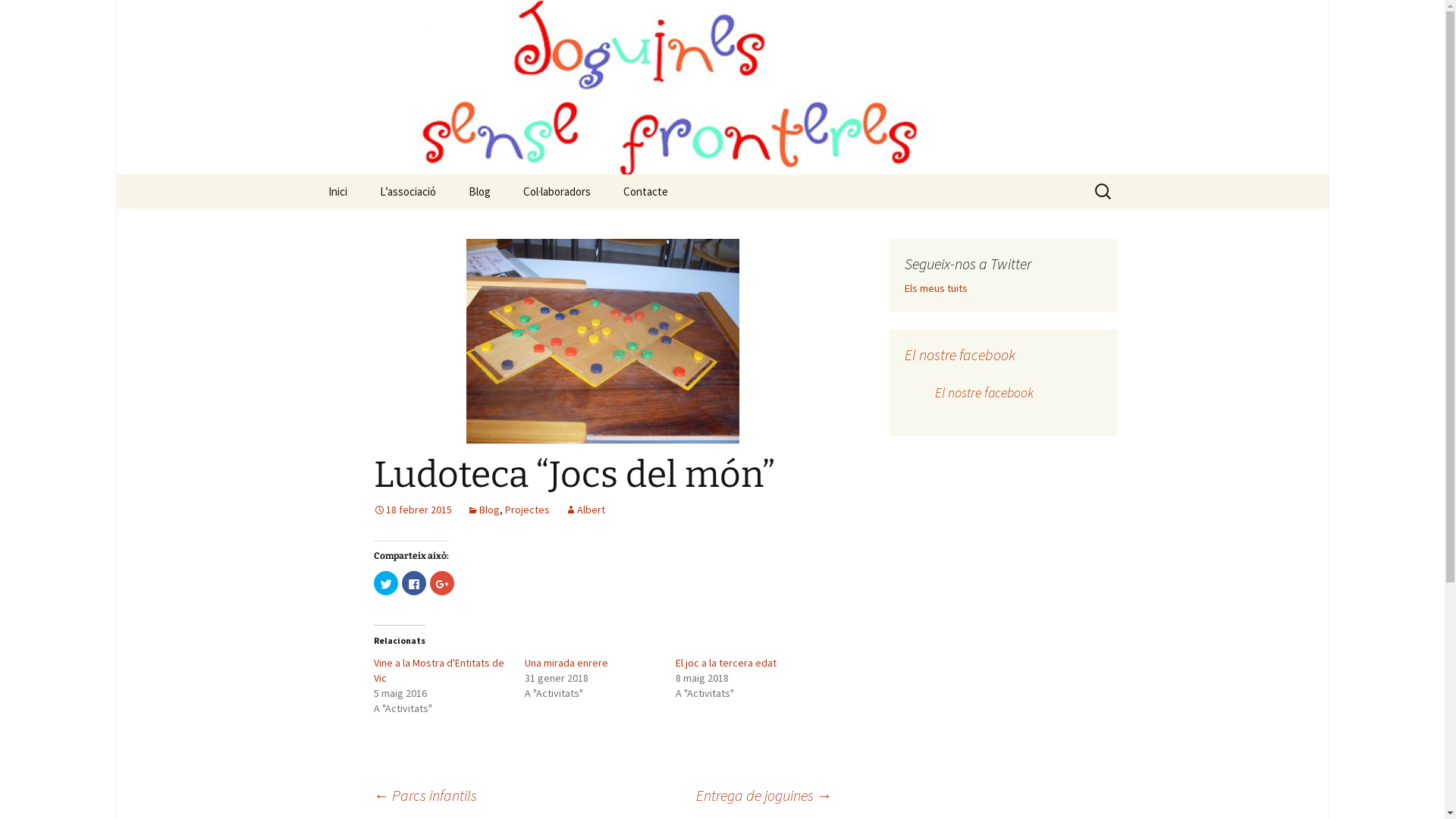 The width and height of the screenshot is (1456, 819). I want to click on 'Una mirada enrere', so click(566, 662).